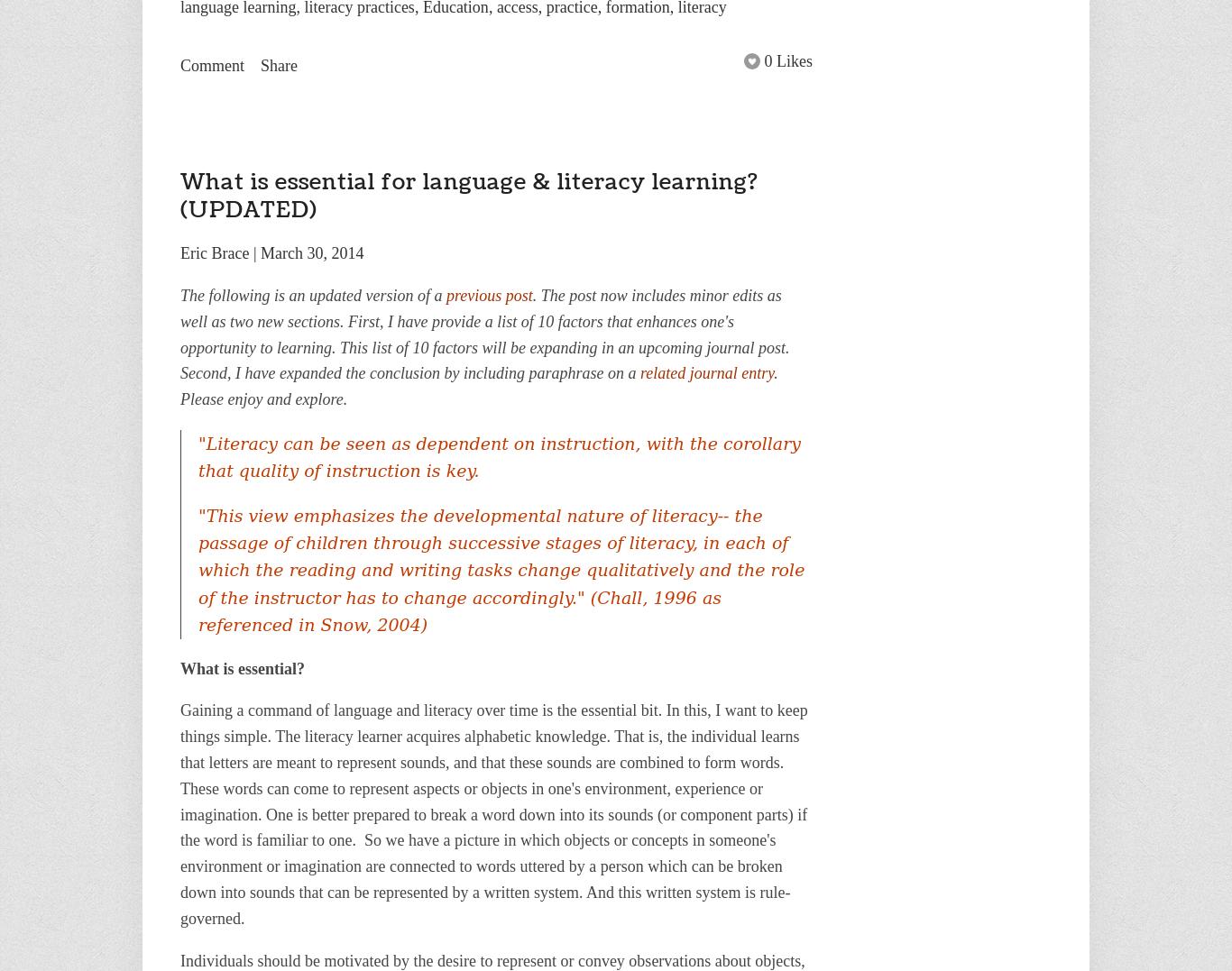  Describe the element at coordinates (499, 455) in the screenshot. I see `'"Literacy can be seen as dependent on instruction, with the corollary that quality of instruction is key.'` at that location.